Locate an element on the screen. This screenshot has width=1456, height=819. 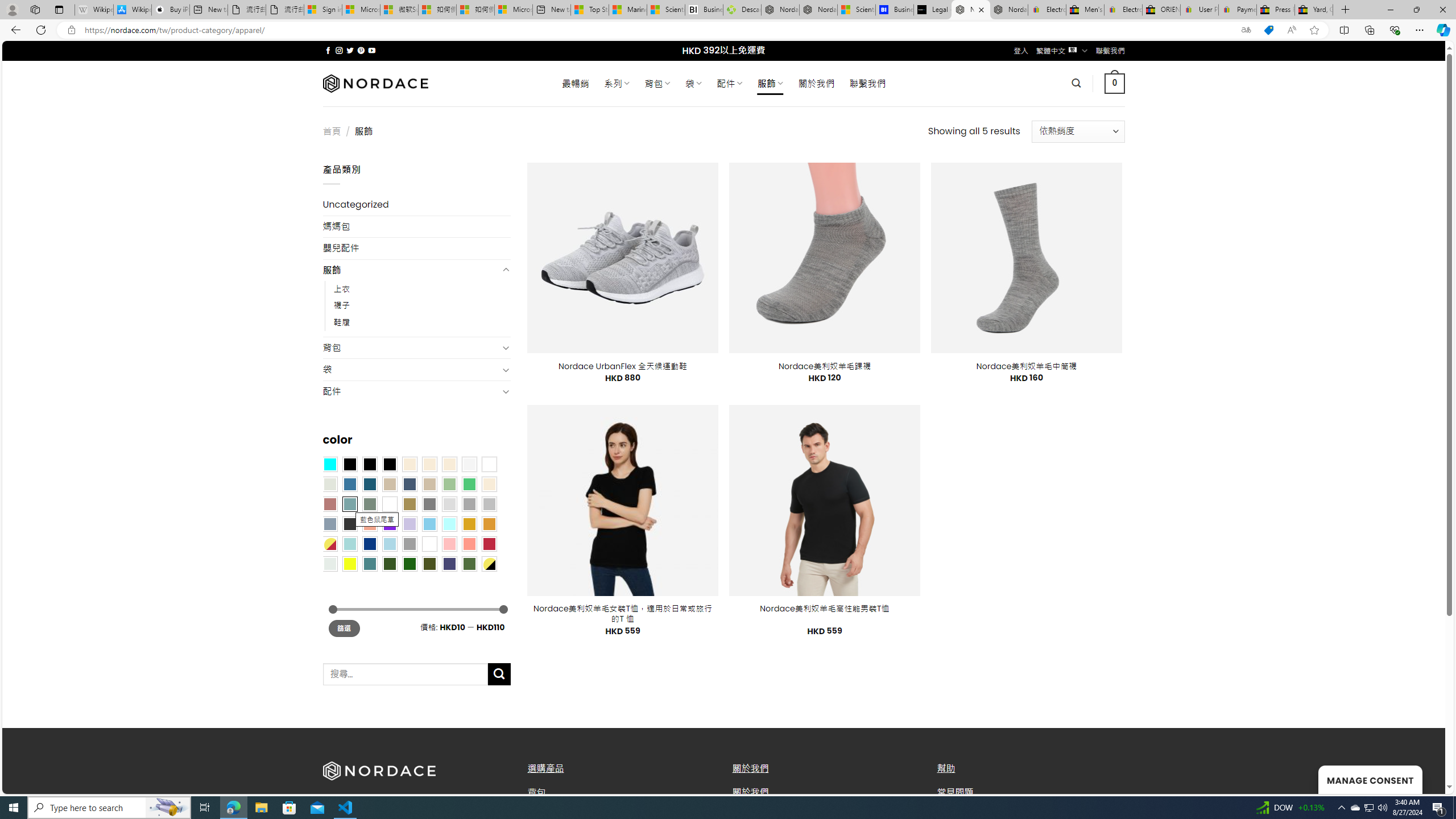
'Marine life - MSN' is located at coordinates (628, 9).